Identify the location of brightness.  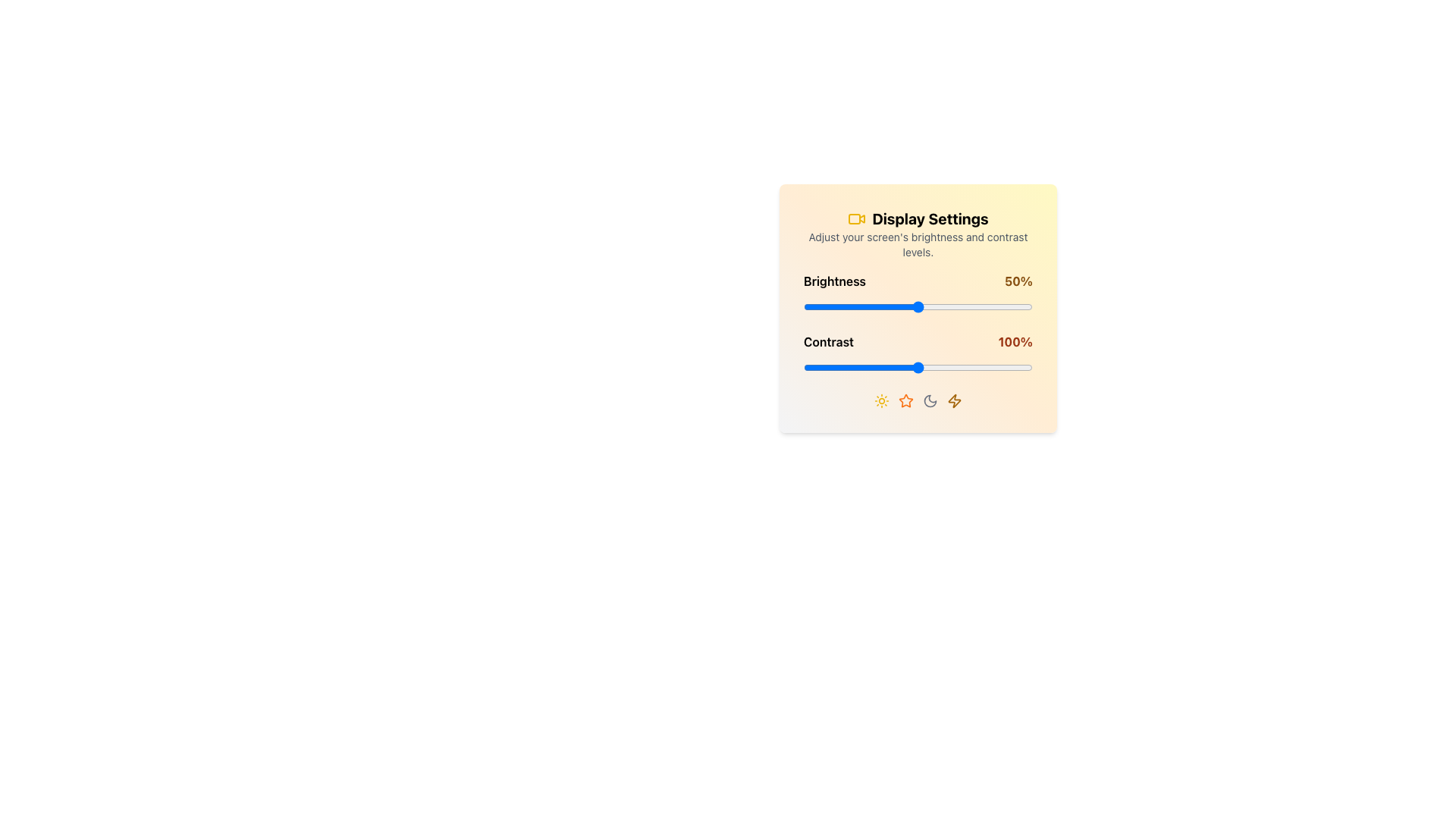
(833, 307).